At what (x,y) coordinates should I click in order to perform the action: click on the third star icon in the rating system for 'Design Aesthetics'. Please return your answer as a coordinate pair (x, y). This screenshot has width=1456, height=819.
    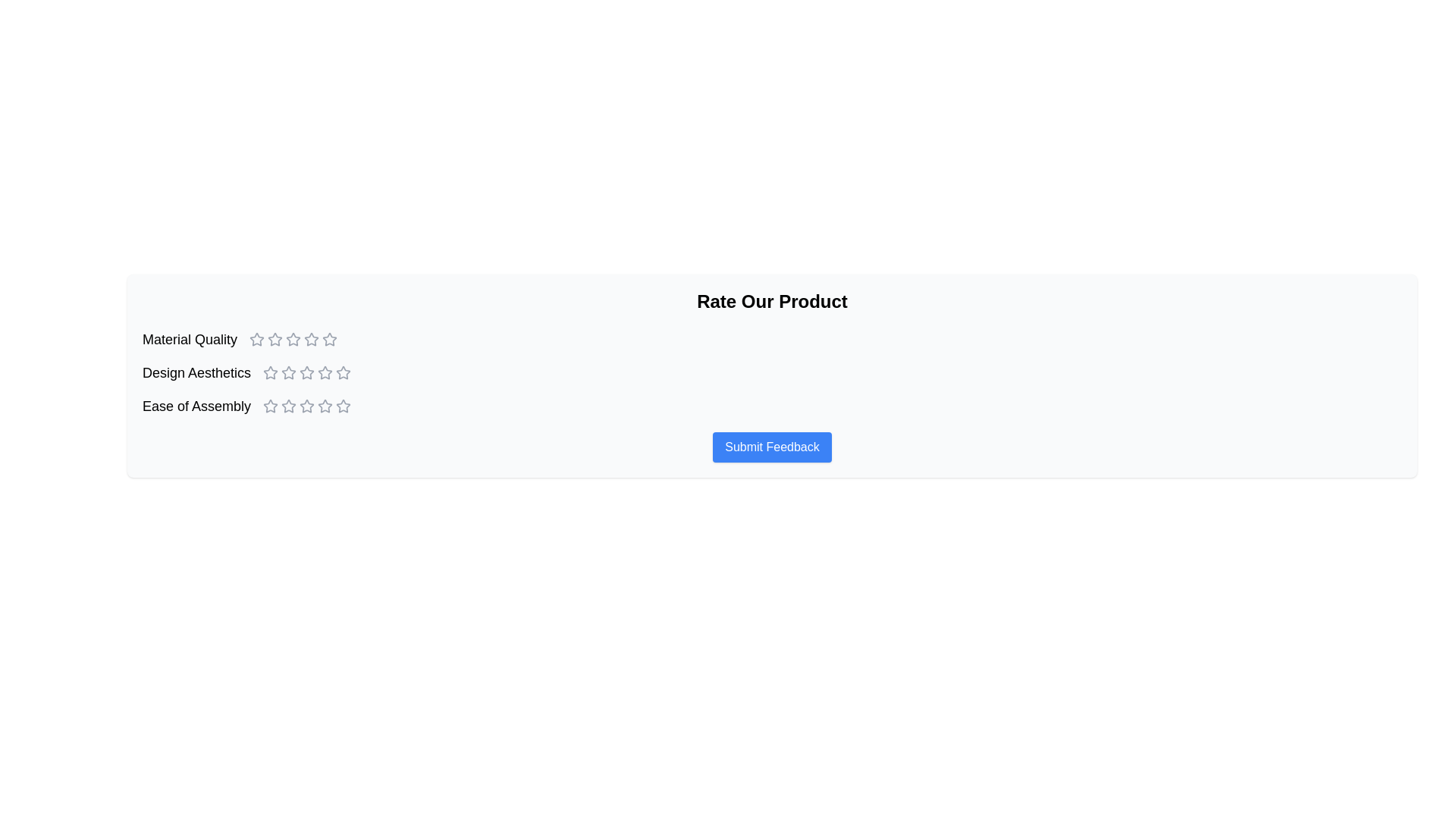
    Looking at the image, I should click on (289, 373).